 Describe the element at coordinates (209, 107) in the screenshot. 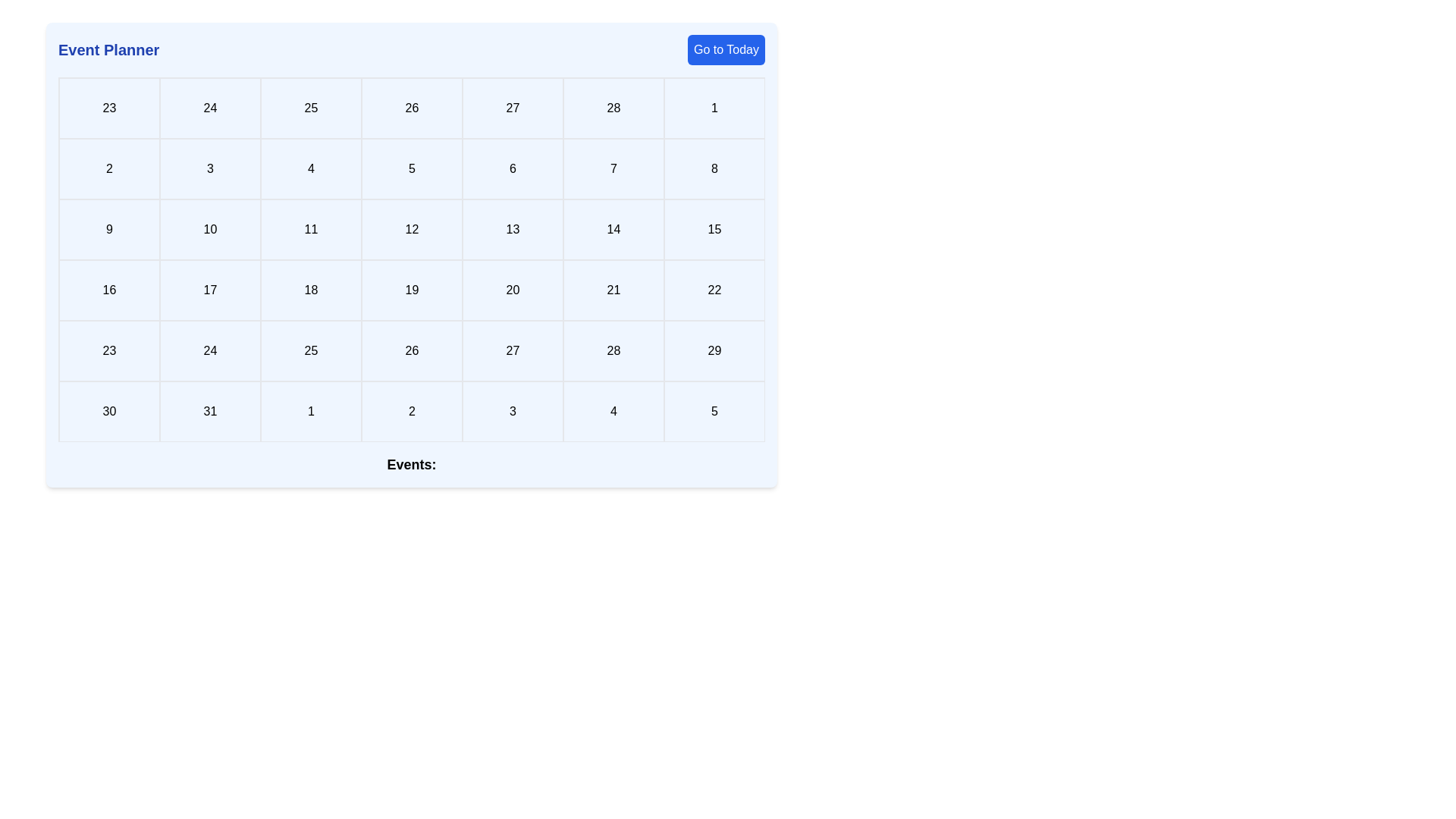

I see `the grid cell displaying the number '24'` at that location.